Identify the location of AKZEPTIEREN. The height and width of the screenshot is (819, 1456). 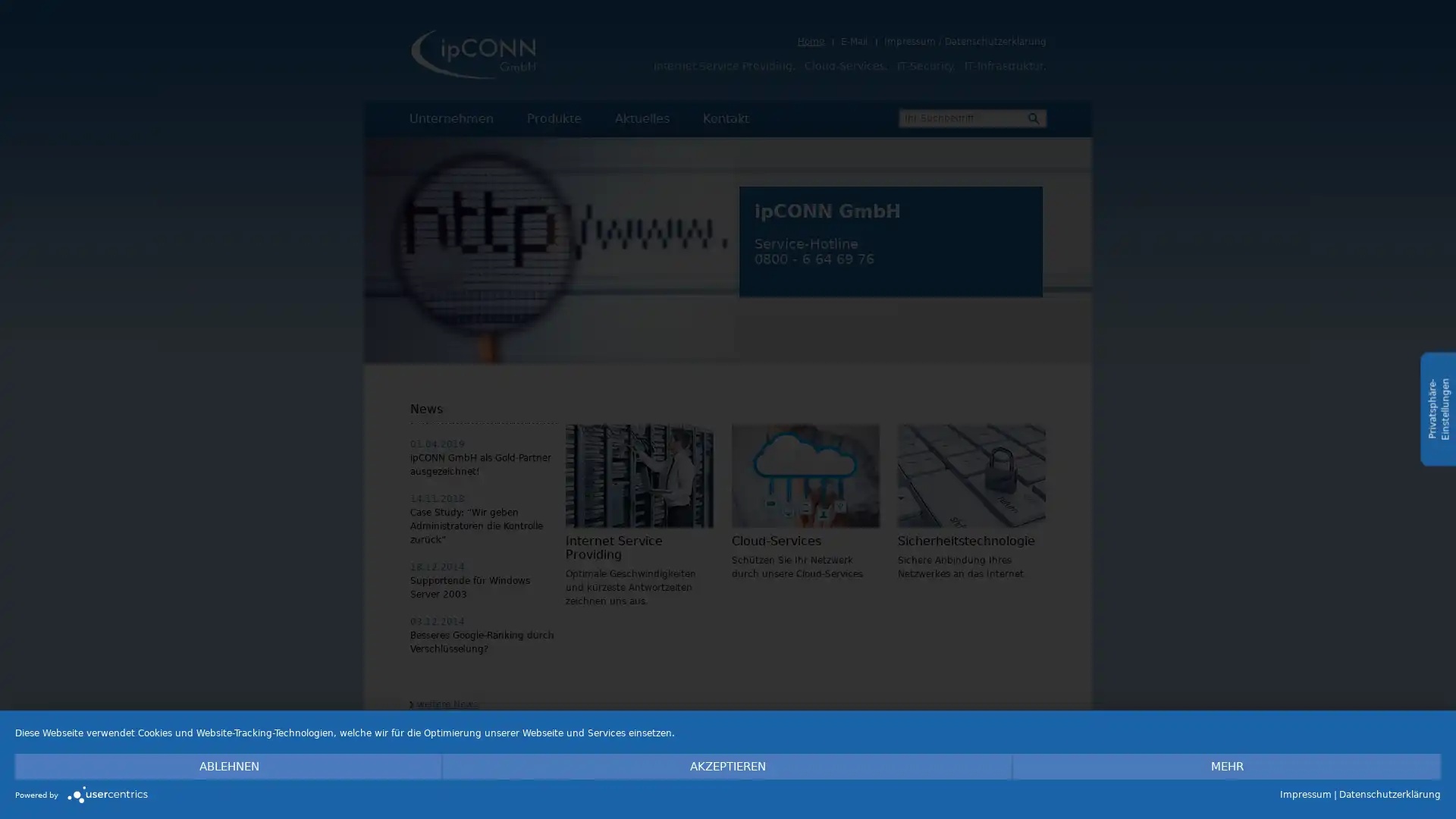
(728, 766).